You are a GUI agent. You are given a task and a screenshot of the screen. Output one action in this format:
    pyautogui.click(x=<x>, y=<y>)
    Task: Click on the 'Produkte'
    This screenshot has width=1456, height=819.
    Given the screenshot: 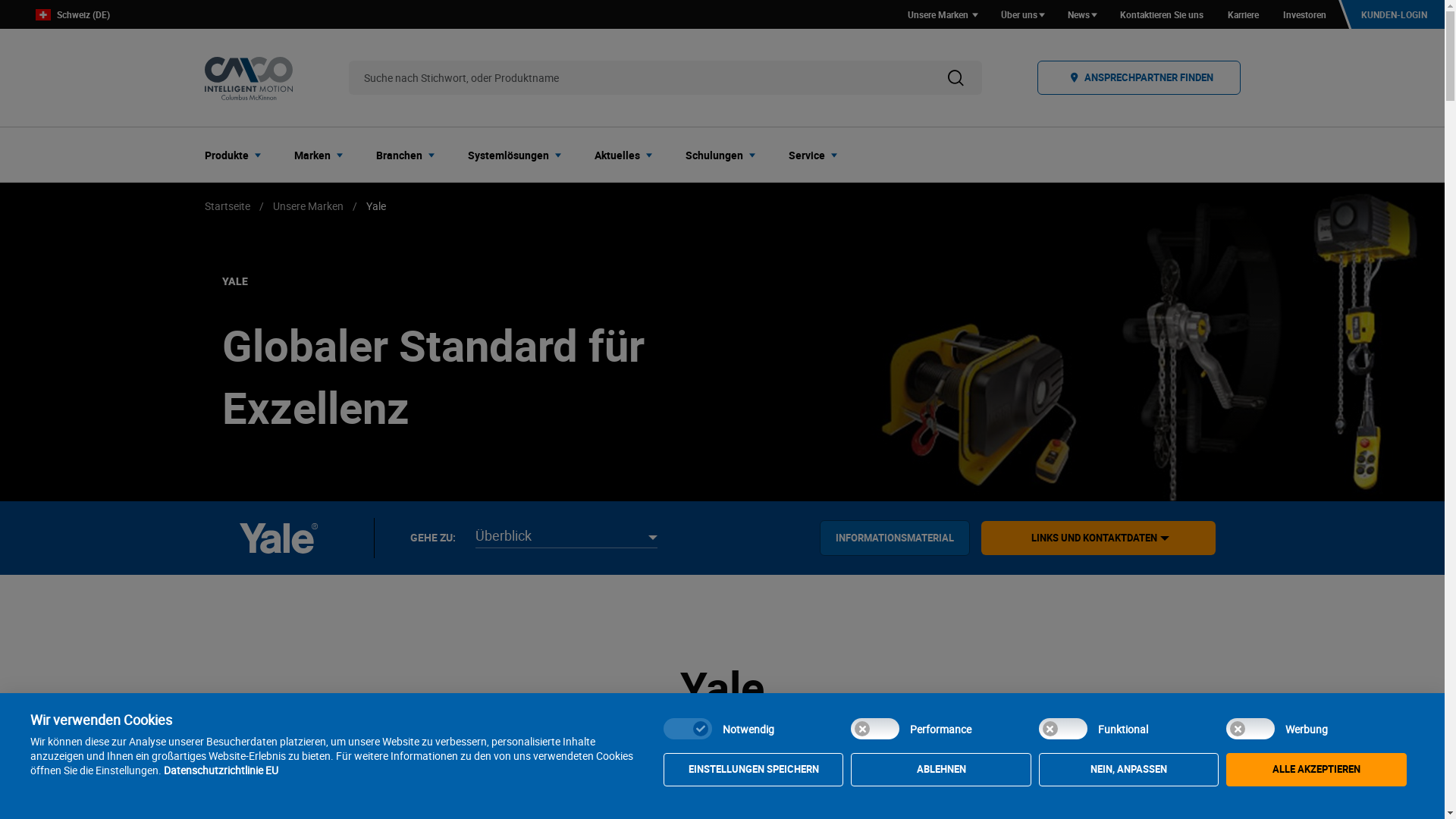 What is the action you would take?
    pyautogui.click(x=236, y=155)
    